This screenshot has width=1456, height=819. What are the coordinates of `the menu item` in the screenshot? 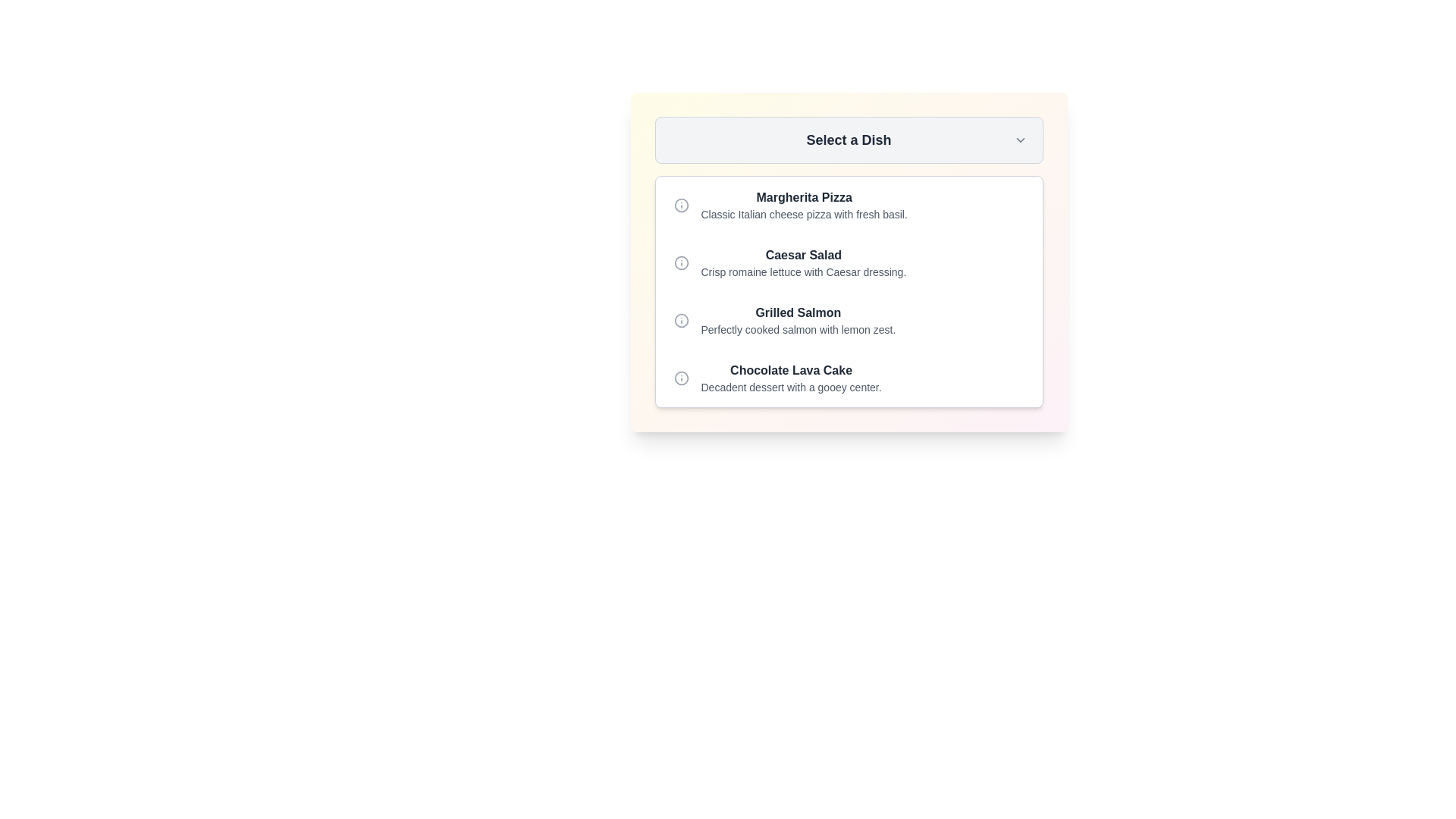 It's located at (803, 197).